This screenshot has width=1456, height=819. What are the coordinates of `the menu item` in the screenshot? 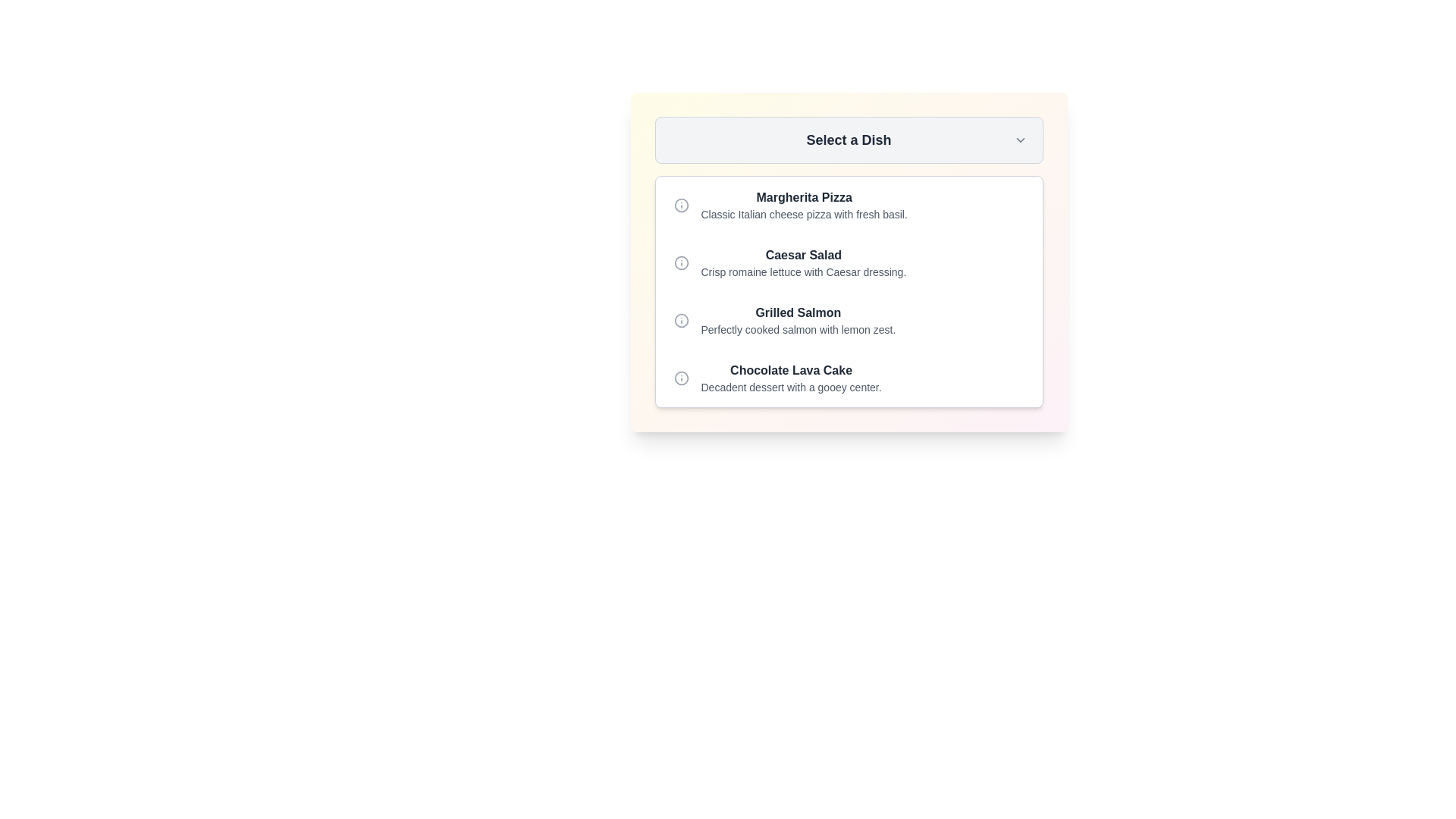 It's located at (803, 197).